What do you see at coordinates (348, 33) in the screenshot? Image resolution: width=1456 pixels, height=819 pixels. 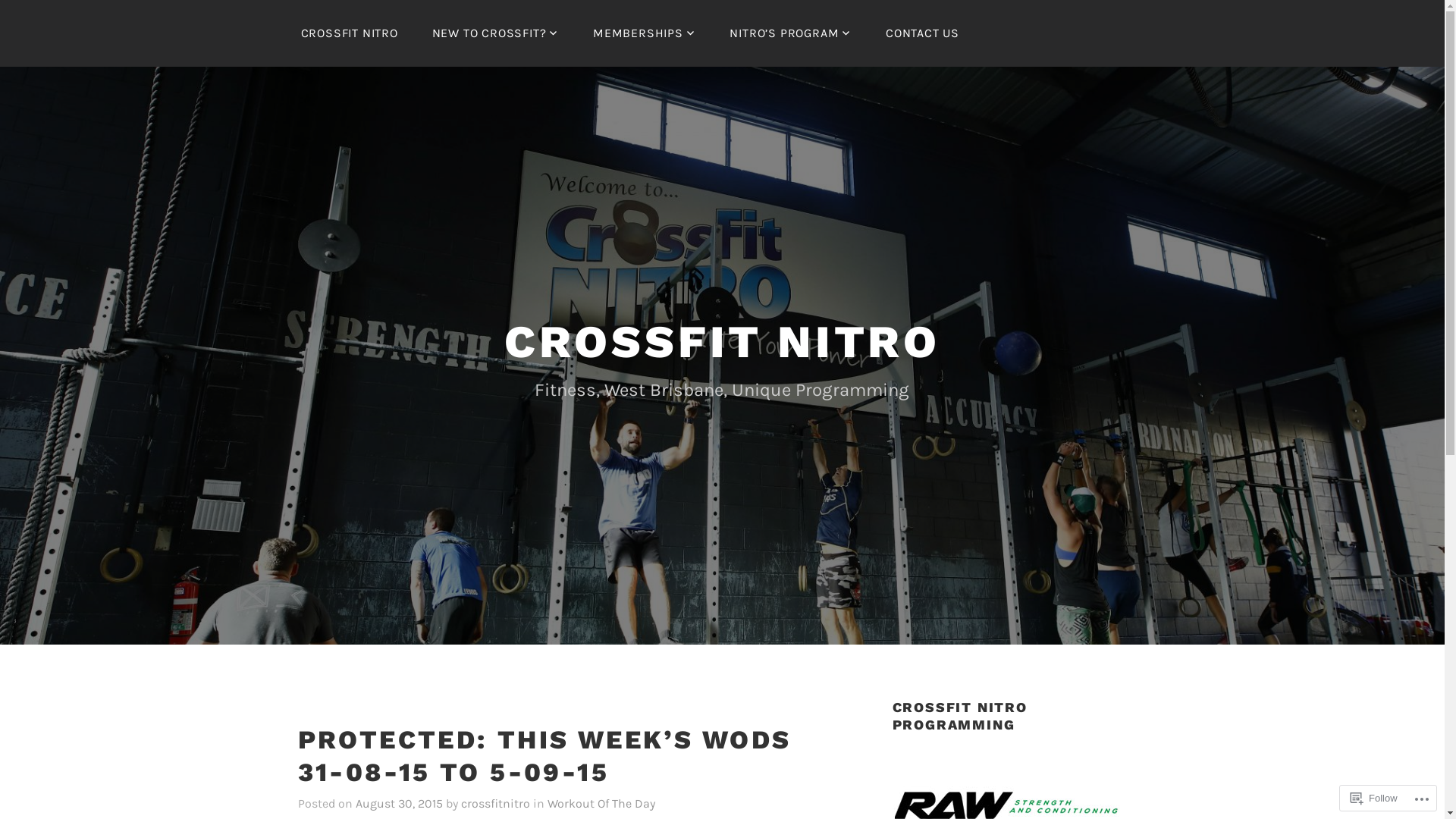 I see `'CROSSFIT NITRO'` at bounding box center [348, 33].